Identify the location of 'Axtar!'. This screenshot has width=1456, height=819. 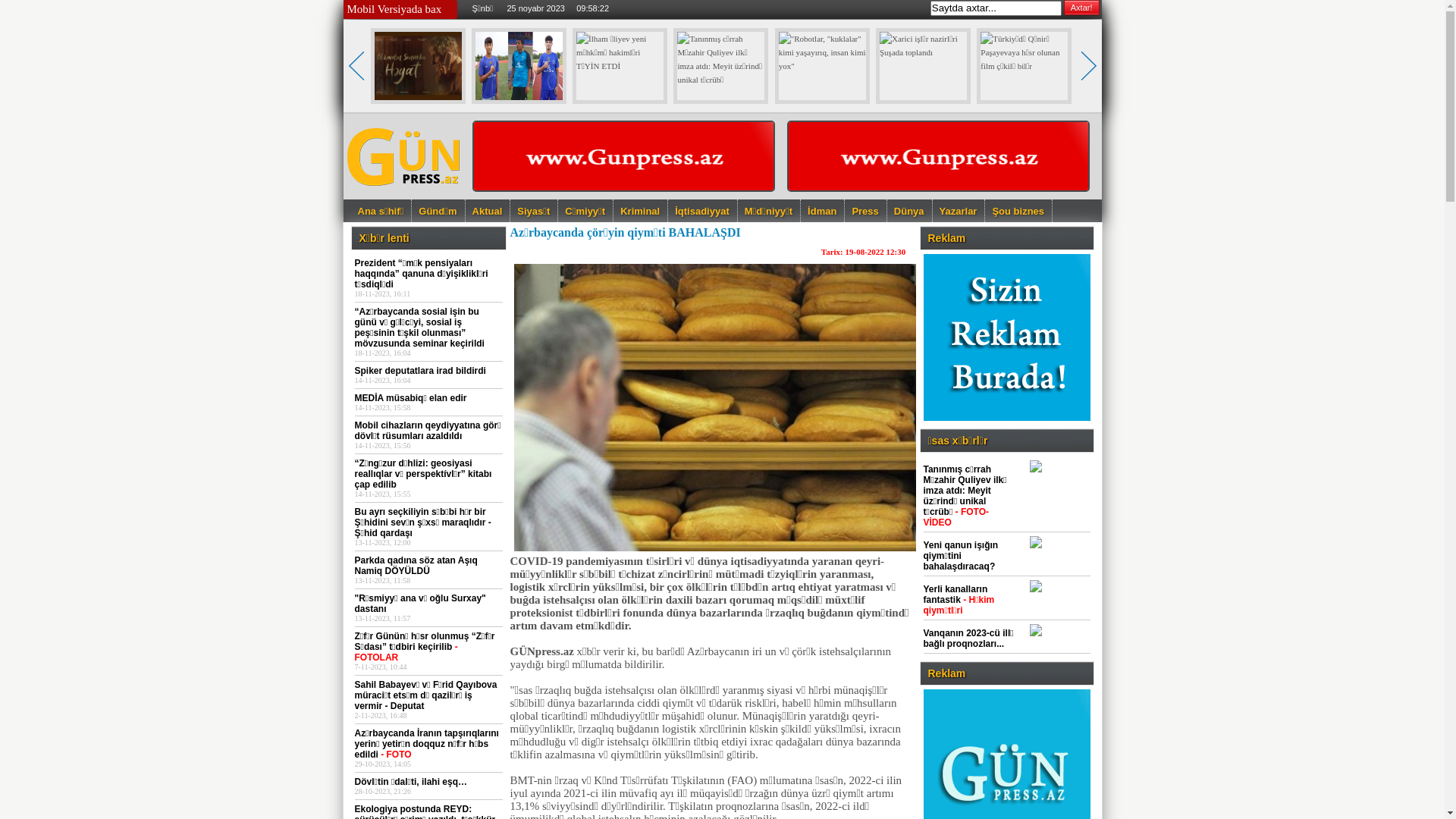
(1062, 8).